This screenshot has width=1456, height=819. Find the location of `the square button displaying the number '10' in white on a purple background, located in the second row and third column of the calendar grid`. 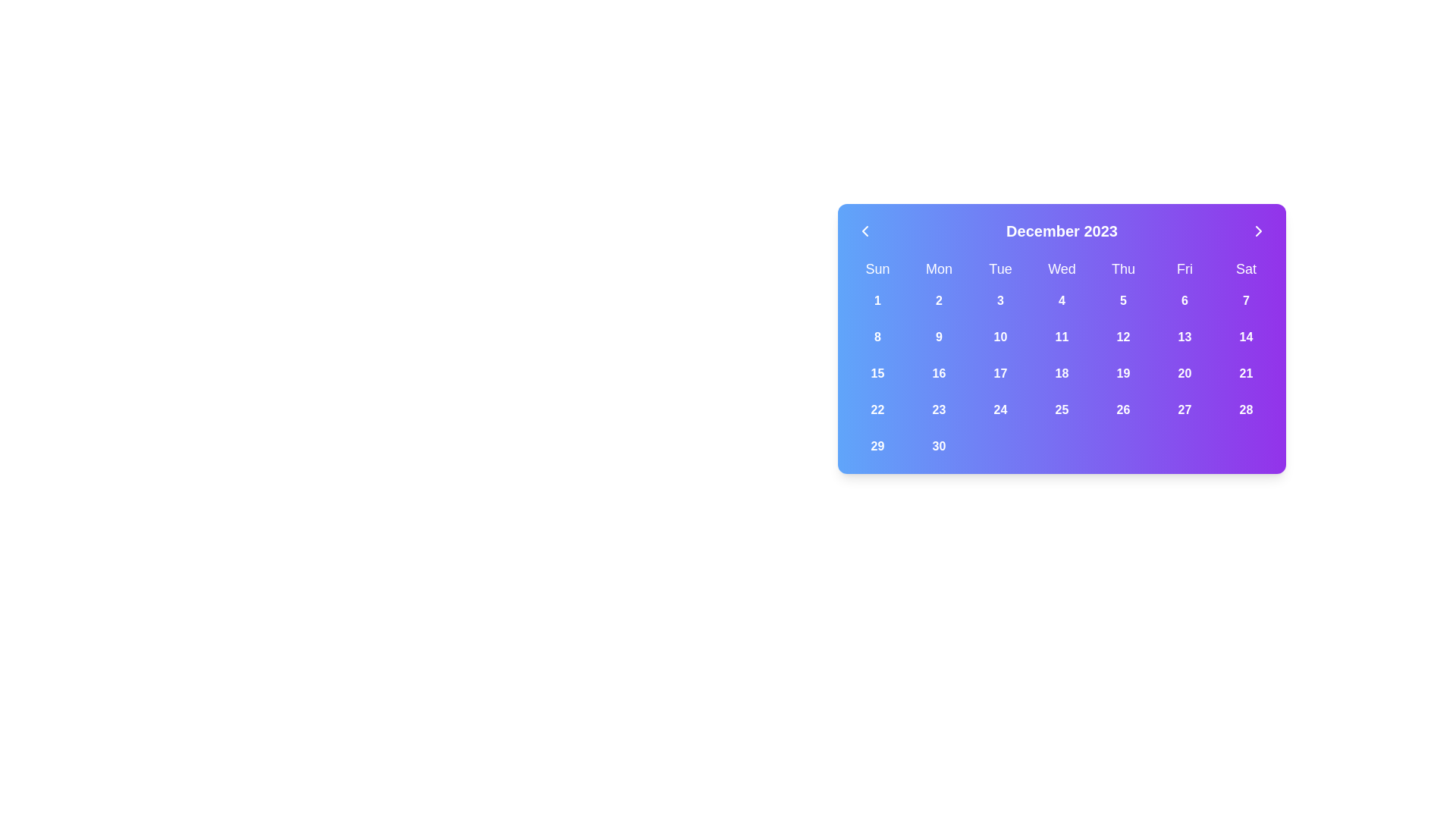

the square button displaying the number '10' in white on a purple background, located in the second row and third column of the calendar grid is located at coordinates (1000, 336).